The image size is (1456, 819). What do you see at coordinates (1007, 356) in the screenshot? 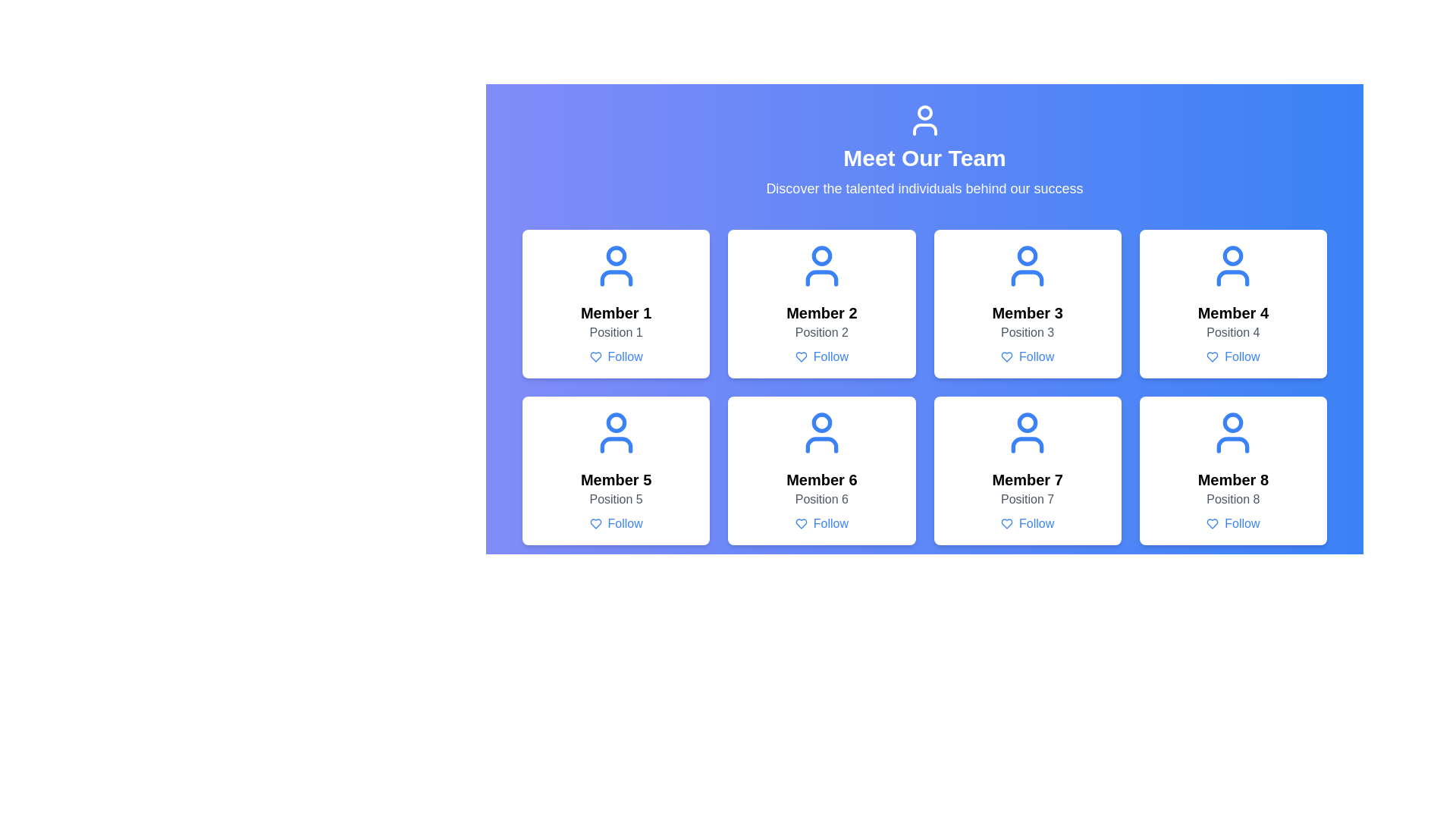
I see `the heart icon in the profile card for 'Member 3, Position 3'` at bounding box center [1007, 356].